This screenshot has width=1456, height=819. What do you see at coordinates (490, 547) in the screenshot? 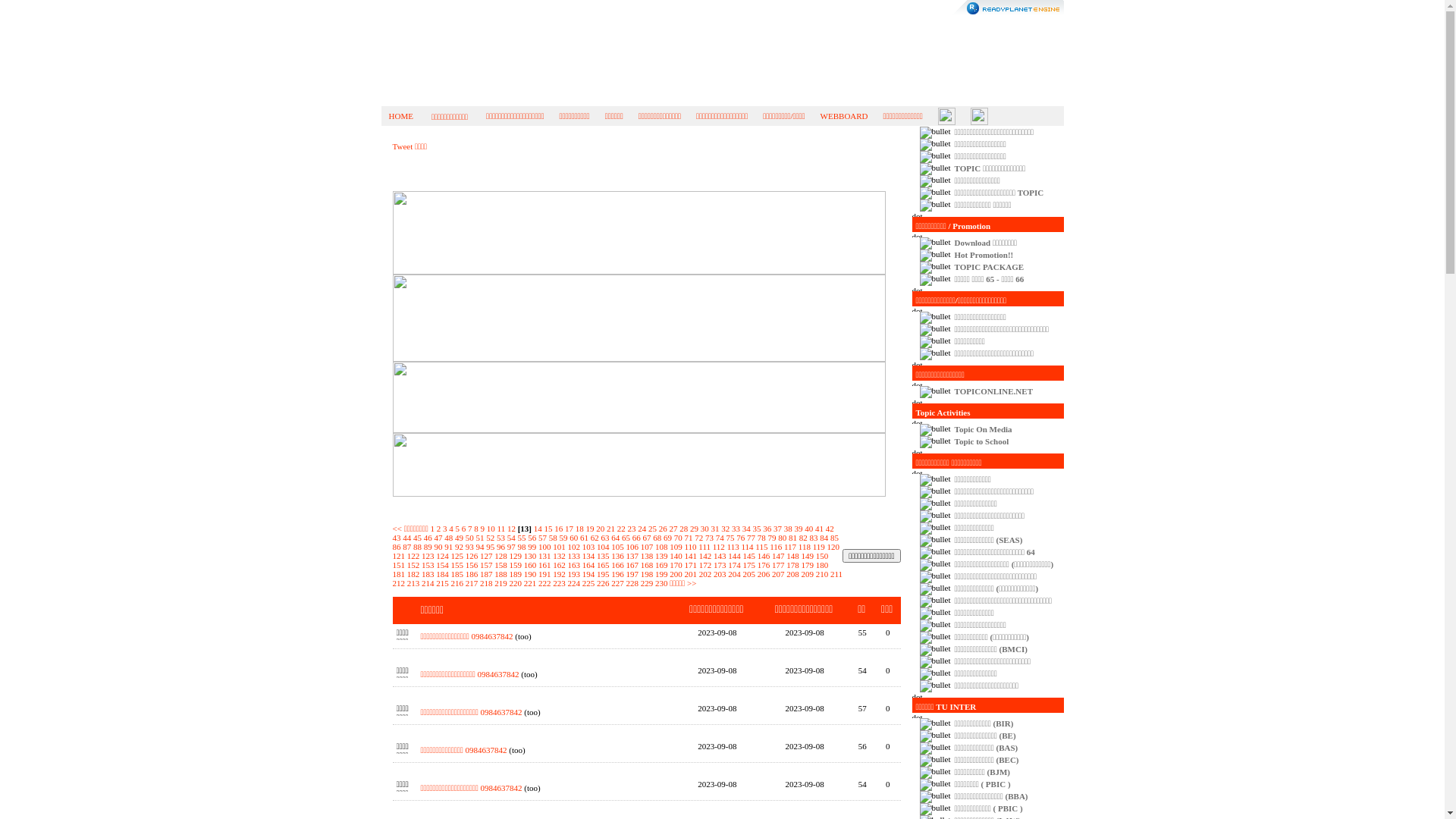
I see `'95'` at bounding box center [490, 547].